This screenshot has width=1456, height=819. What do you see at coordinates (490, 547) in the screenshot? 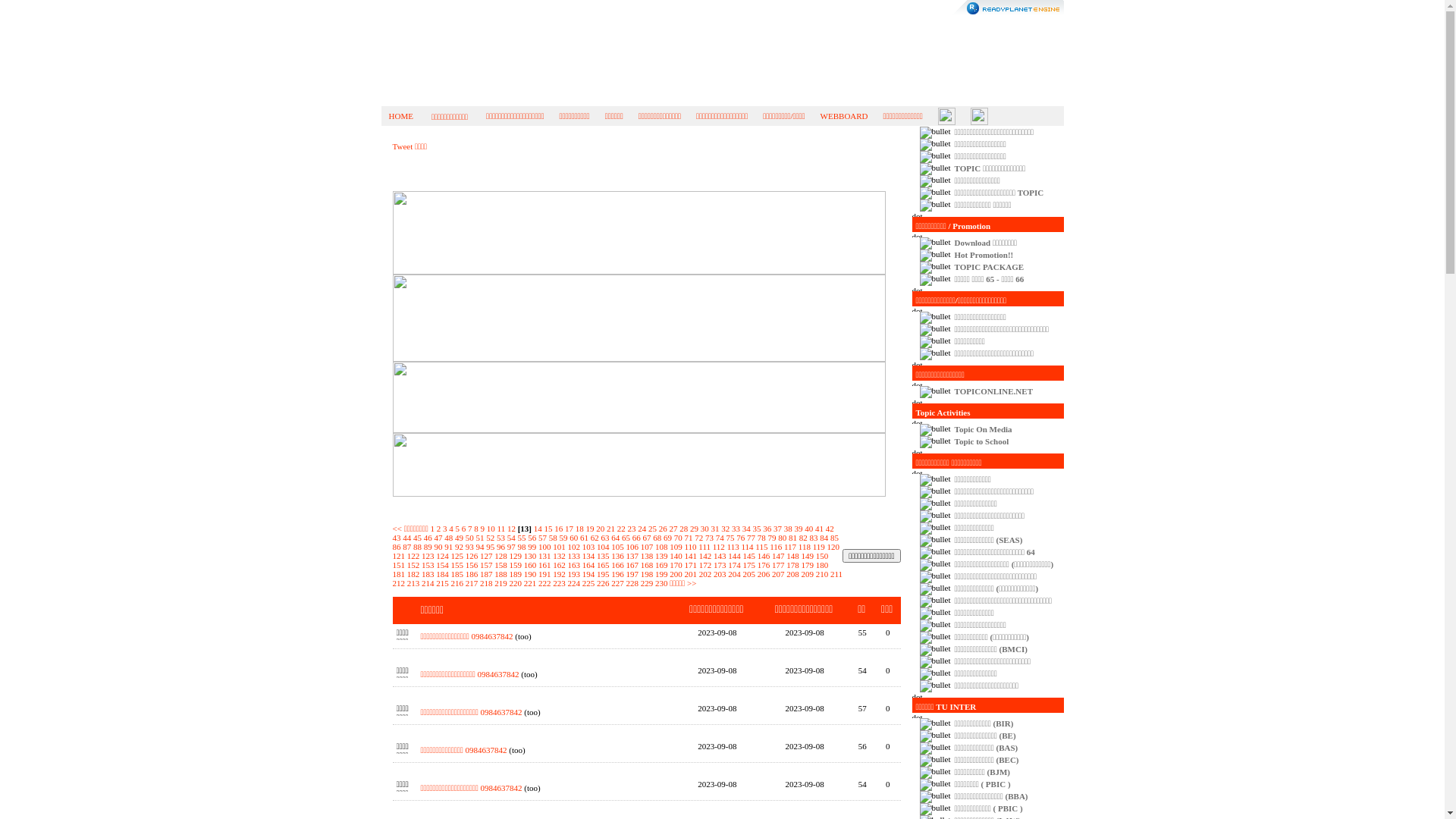
I see `'95'` at bounding box center [490, 547].